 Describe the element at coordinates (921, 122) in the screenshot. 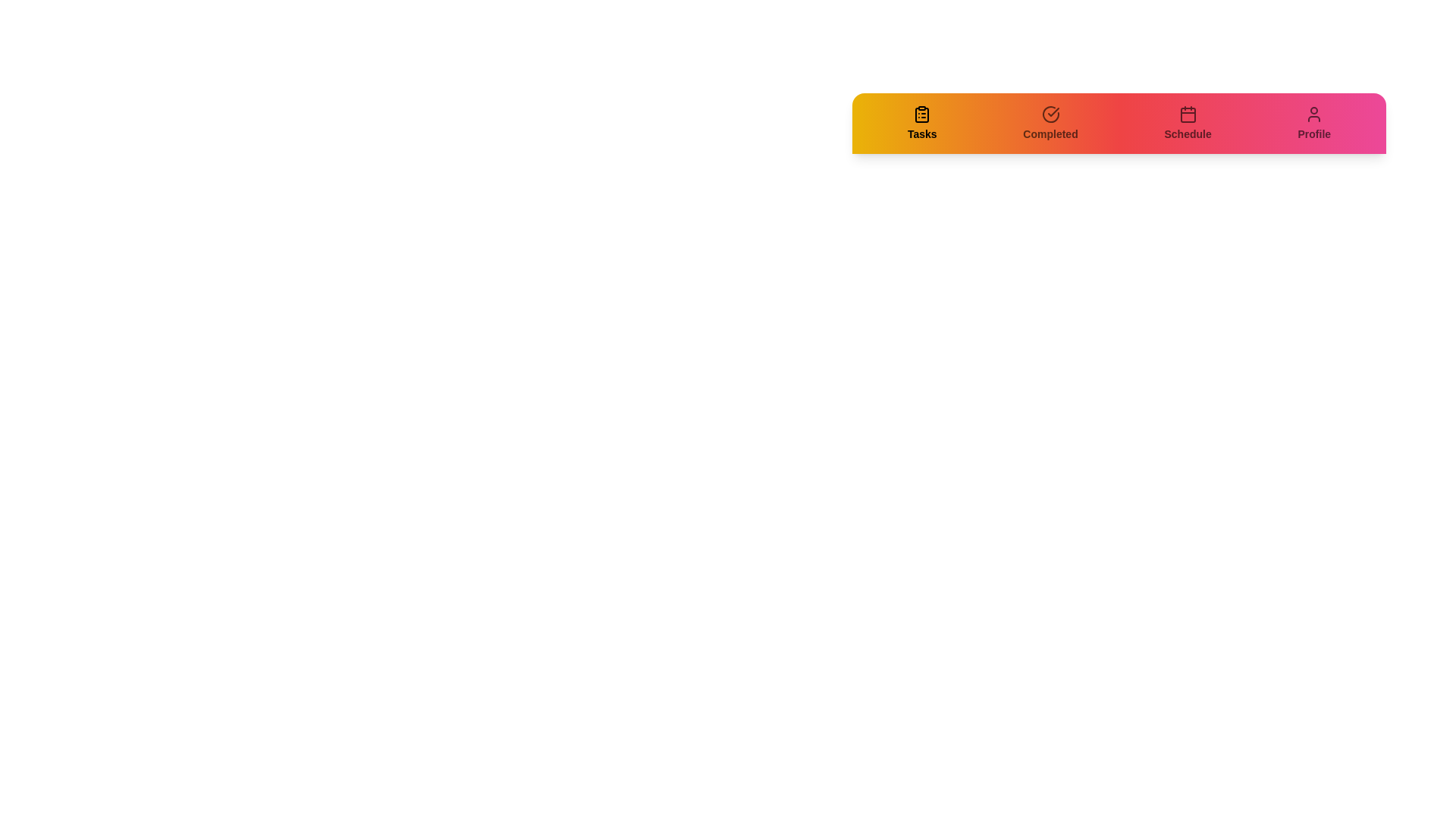

I see `the tab labeled Tasks to navigate to its respective section` at that location.